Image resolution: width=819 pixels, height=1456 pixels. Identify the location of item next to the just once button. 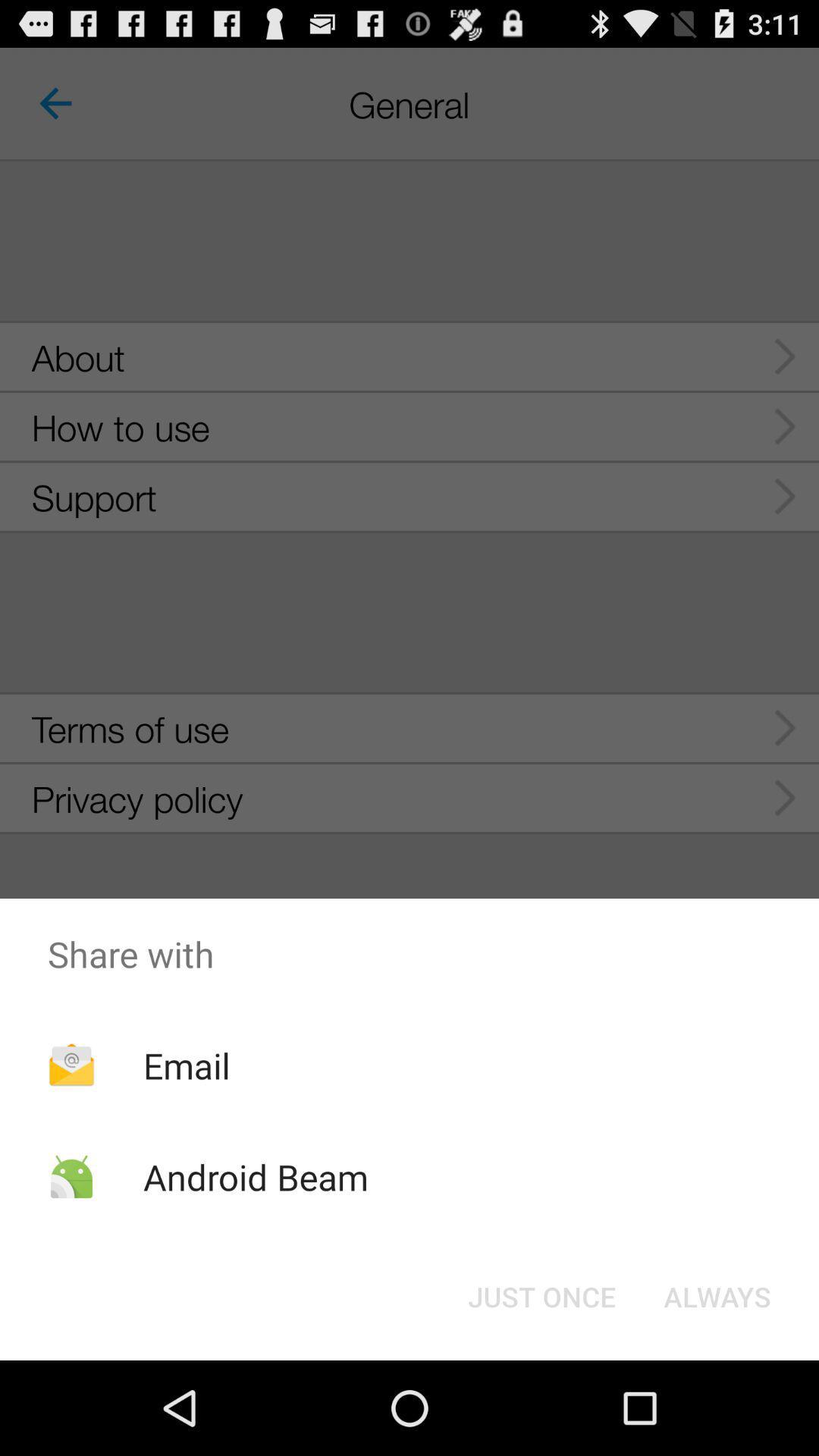
(717, 1295).